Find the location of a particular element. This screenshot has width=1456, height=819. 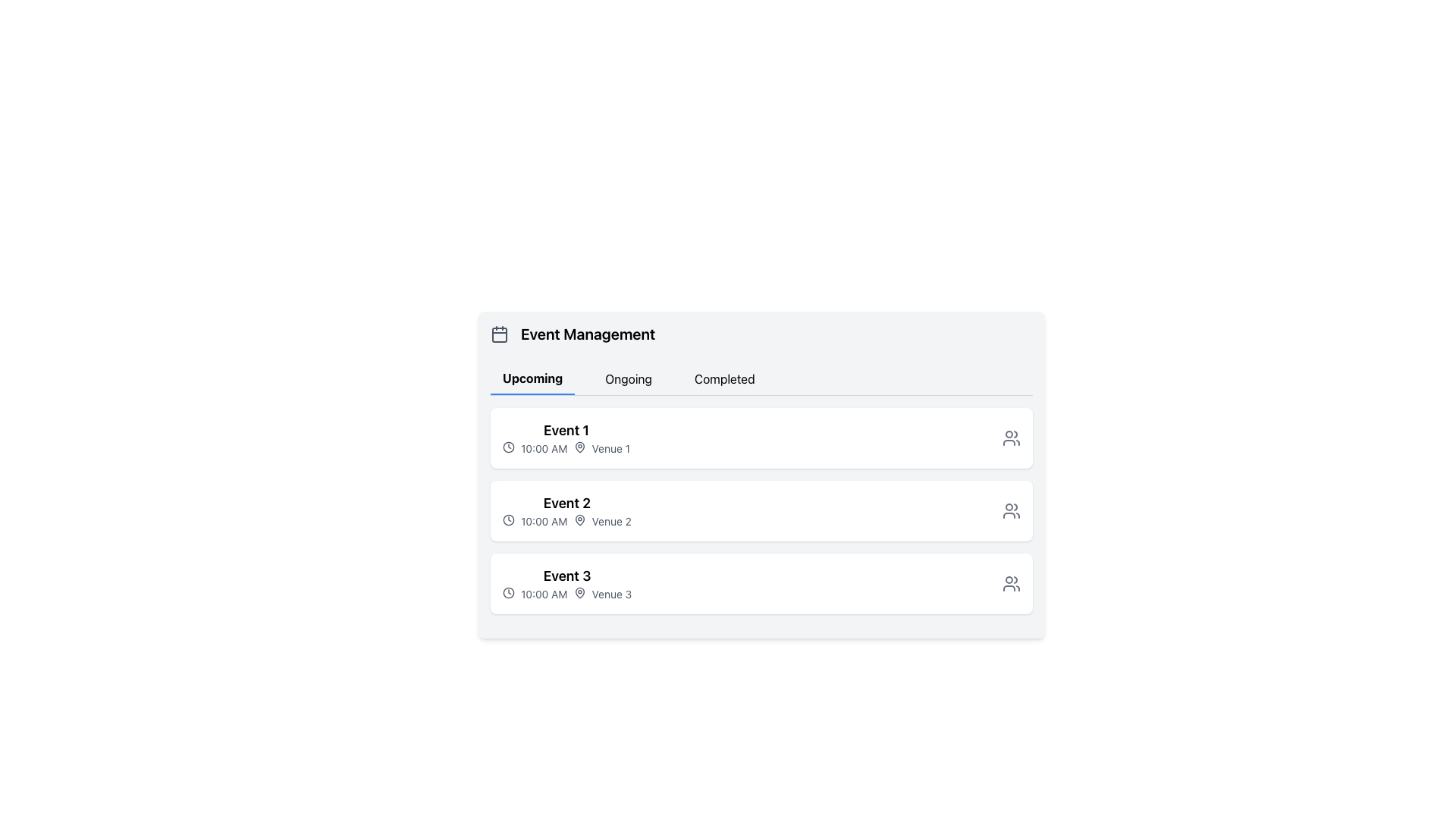

the text label displaying 'Venue 3', which is part of the 'Upcoming' tab in the 'Event Management' section is located at coordinates (611, 593).